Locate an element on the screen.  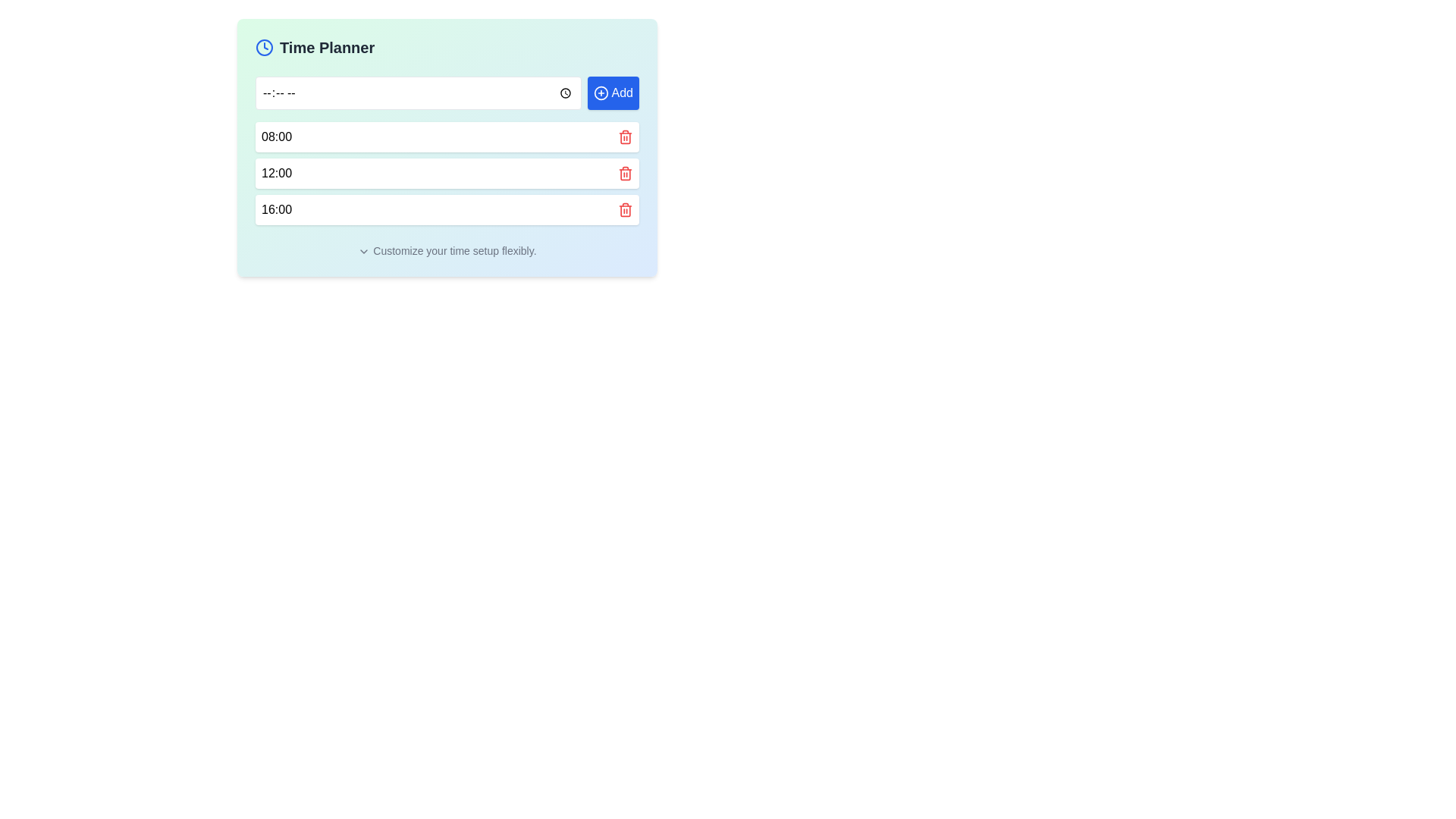
the delete button for the '08:00' list item to enable accessibility interactions is located at coordinates (626, 137).